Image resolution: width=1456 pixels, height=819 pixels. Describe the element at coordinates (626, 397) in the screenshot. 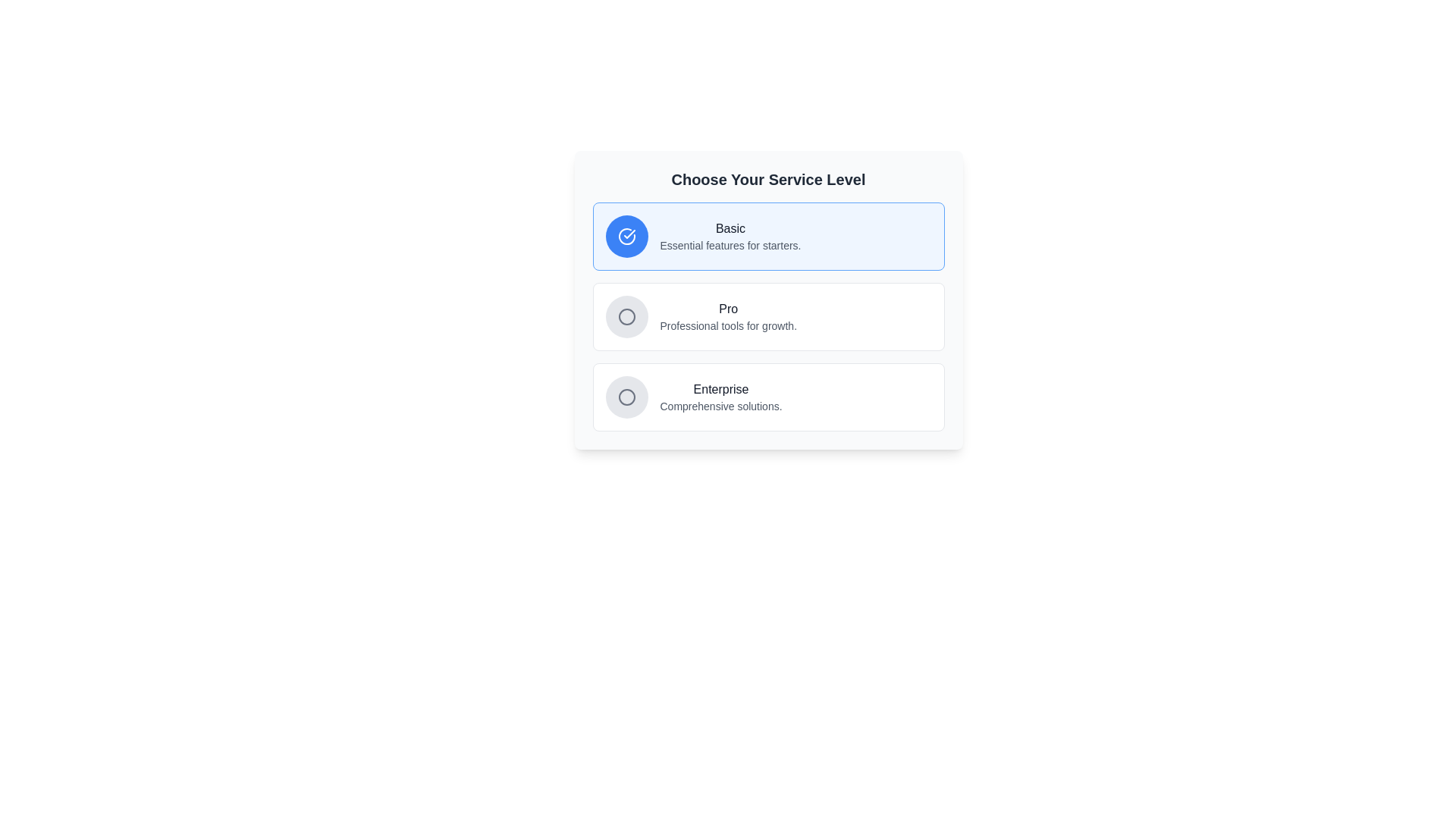

I see `the circular radio button associated with the 'Enterprise' option` at that location.